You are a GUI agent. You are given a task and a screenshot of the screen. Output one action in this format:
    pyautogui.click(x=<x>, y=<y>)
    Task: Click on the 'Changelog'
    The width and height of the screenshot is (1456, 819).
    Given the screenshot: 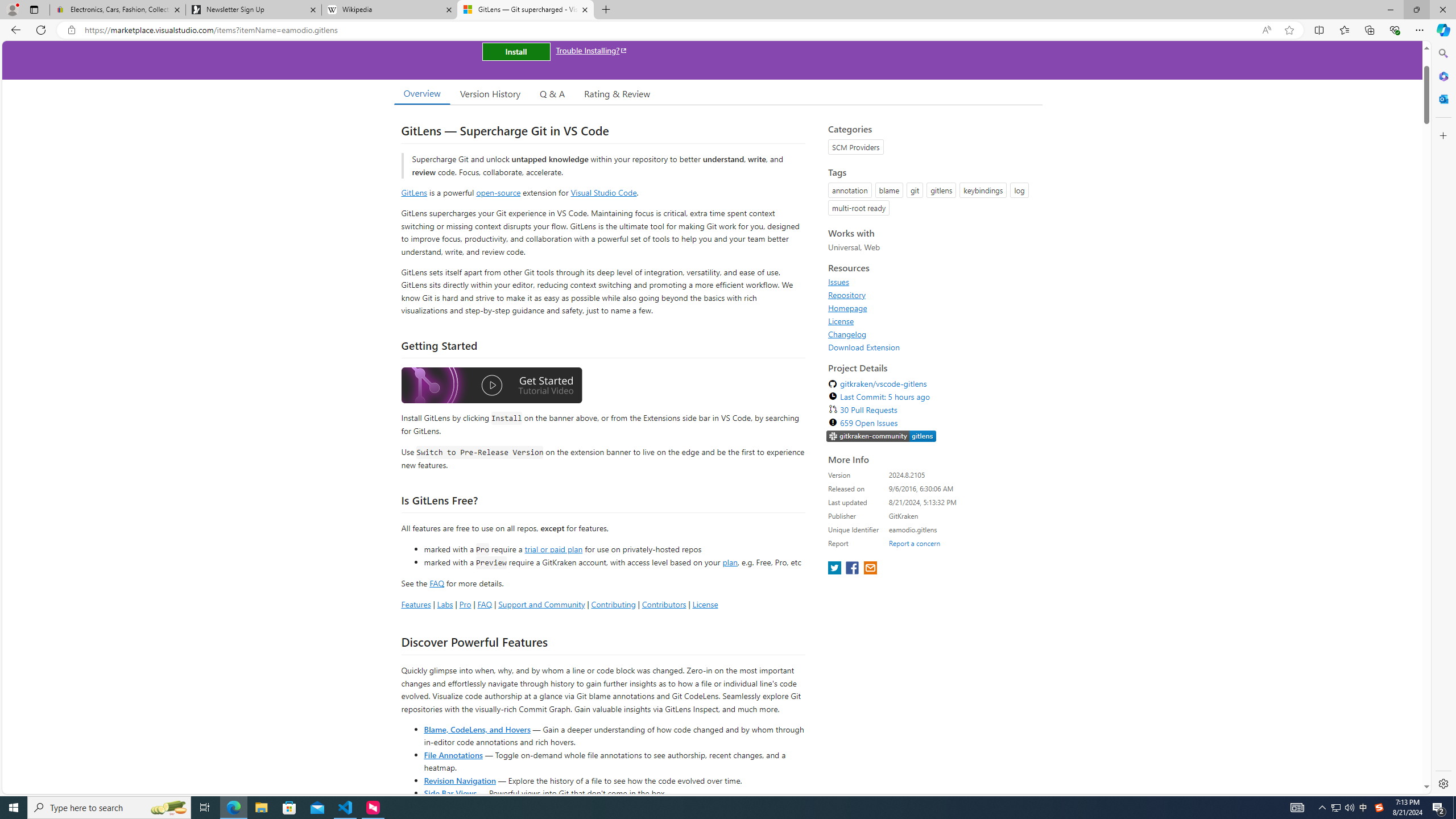 What is the action you would take?
    pyautogui.click(x=932, y=333)
    